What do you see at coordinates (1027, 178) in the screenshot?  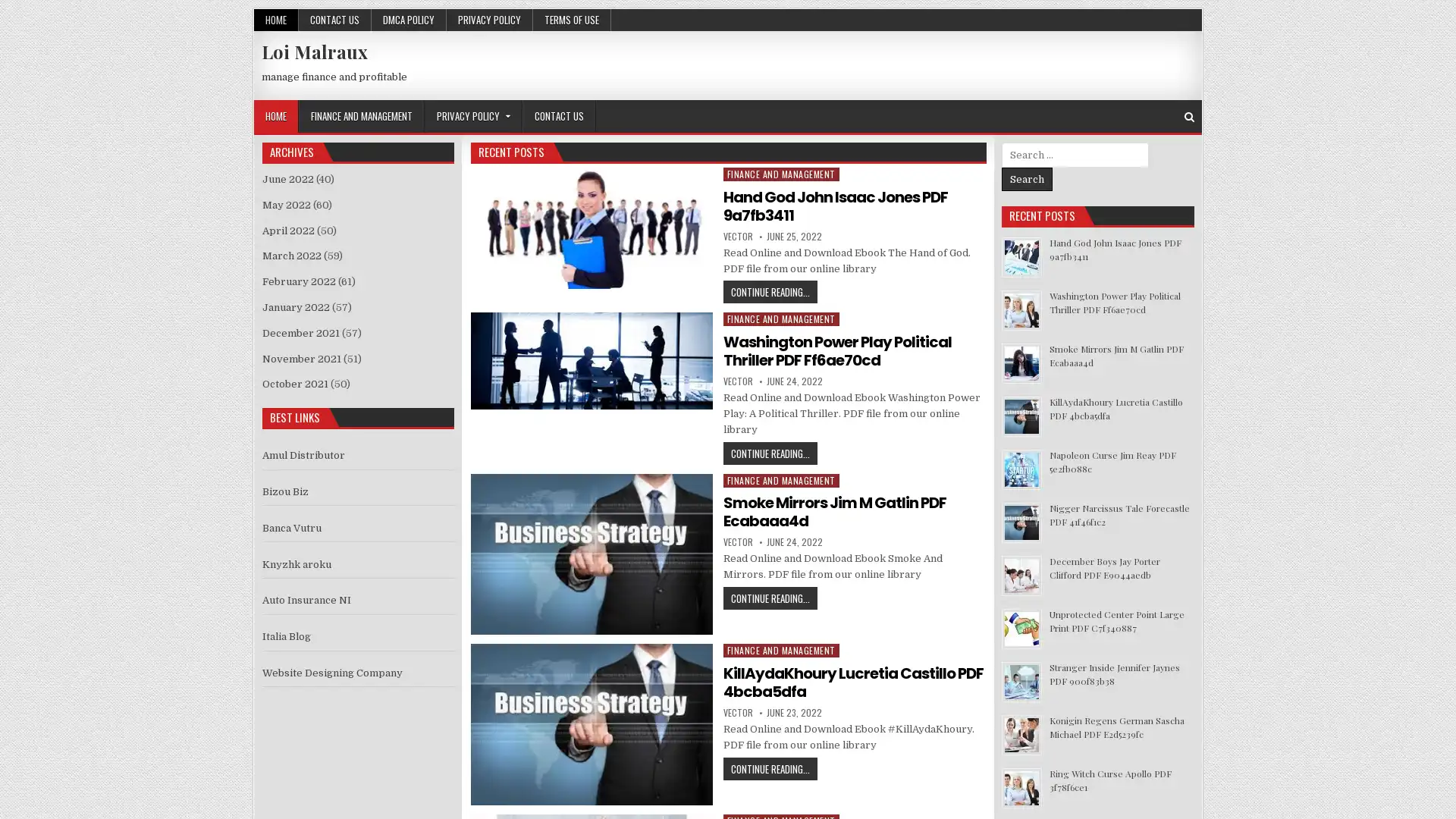 I see `Search` at bounding box center [1027, 178].